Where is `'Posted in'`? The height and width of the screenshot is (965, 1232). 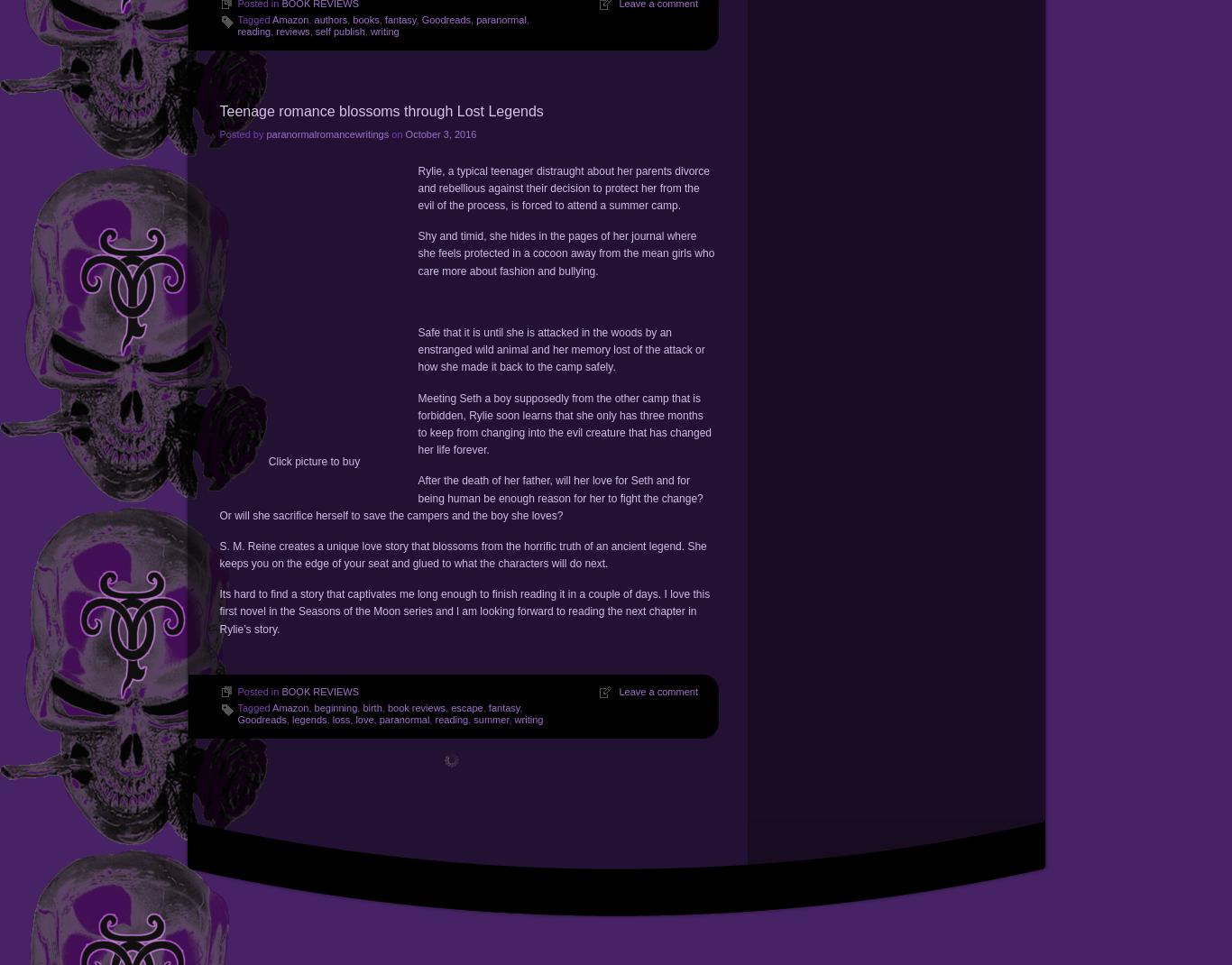
'Posted in' is located at coordinates (258, 690).